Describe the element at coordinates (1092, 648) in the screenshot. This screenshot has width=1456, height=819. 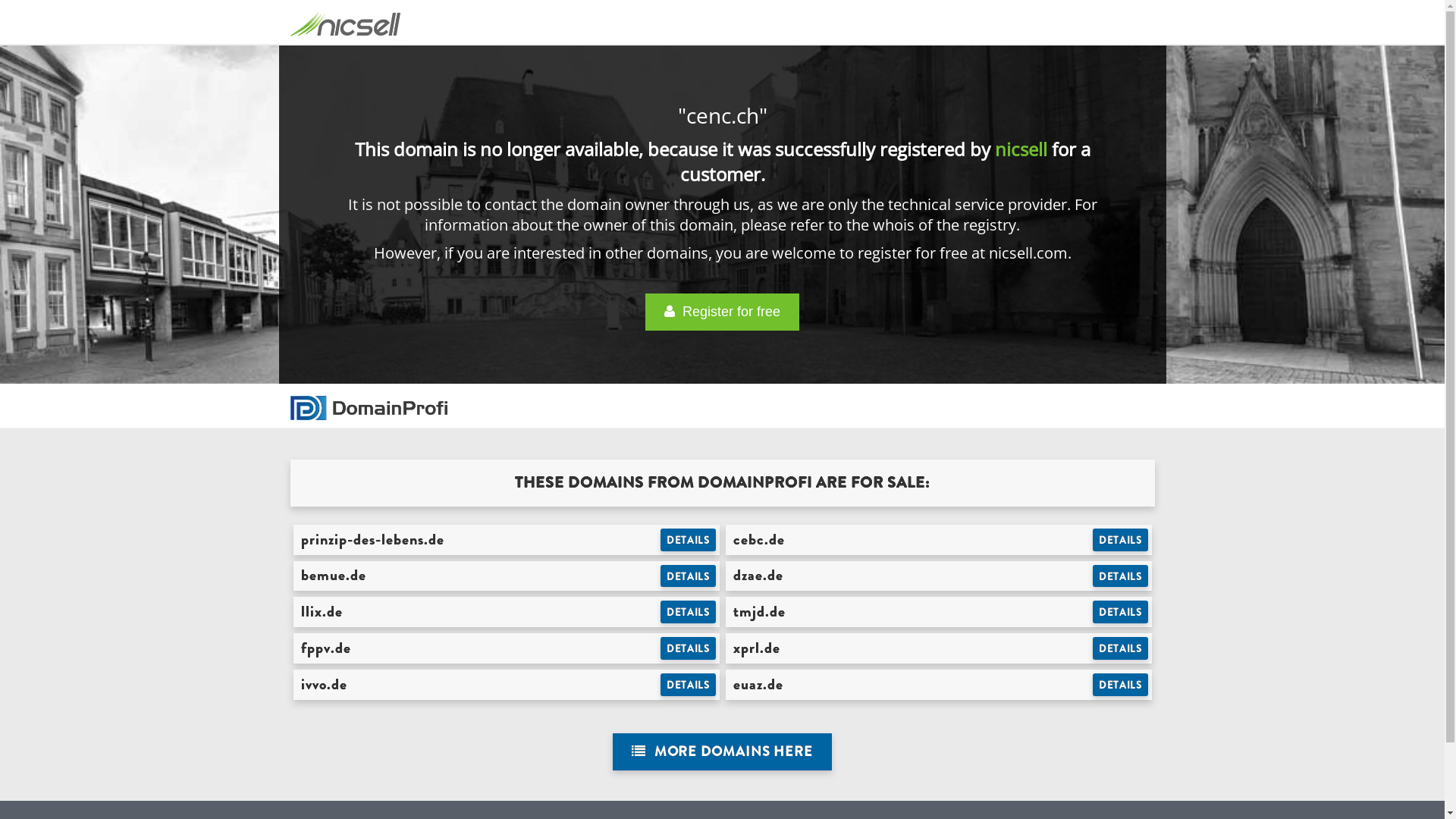
I see `'DETAILS'` at that location.